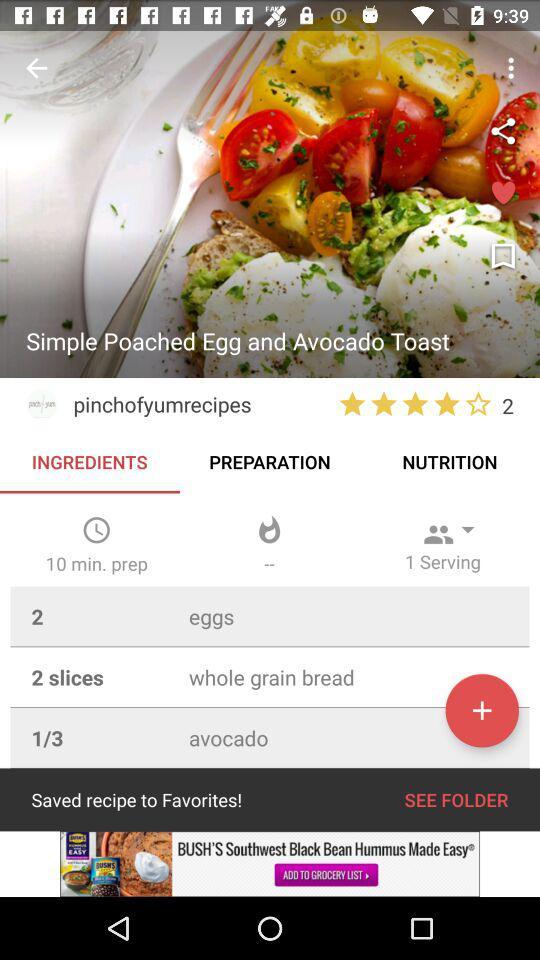  I want to click on favorite, so click(502, 194).